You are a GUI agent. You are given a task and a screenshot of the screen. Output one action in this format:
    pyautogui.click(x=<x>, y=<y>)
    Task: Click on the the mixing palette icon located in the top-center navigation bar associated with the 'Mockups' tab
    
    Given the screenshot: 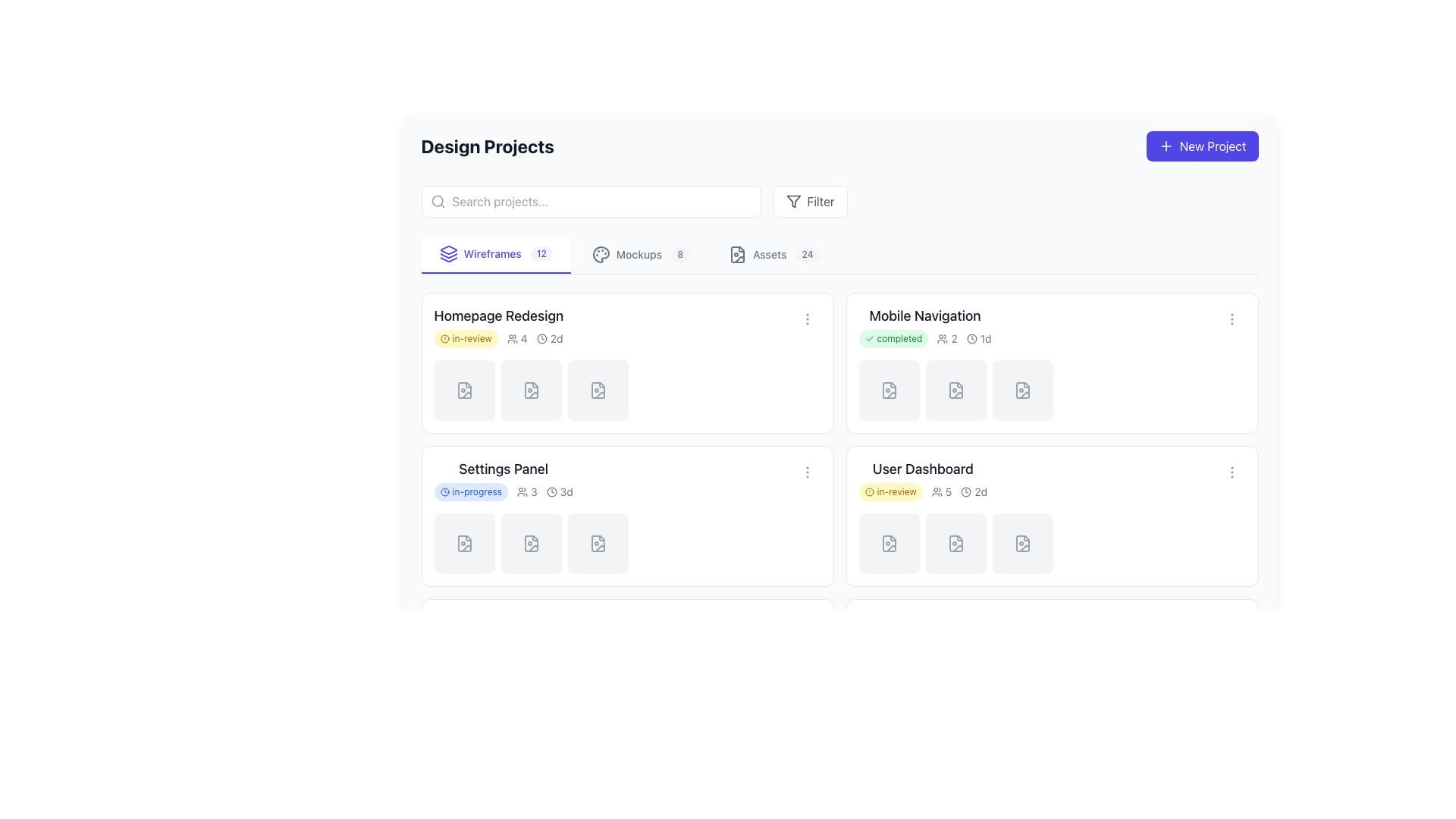 What is the action you would take?
    pyautogui.click(x=600, y=253)
    